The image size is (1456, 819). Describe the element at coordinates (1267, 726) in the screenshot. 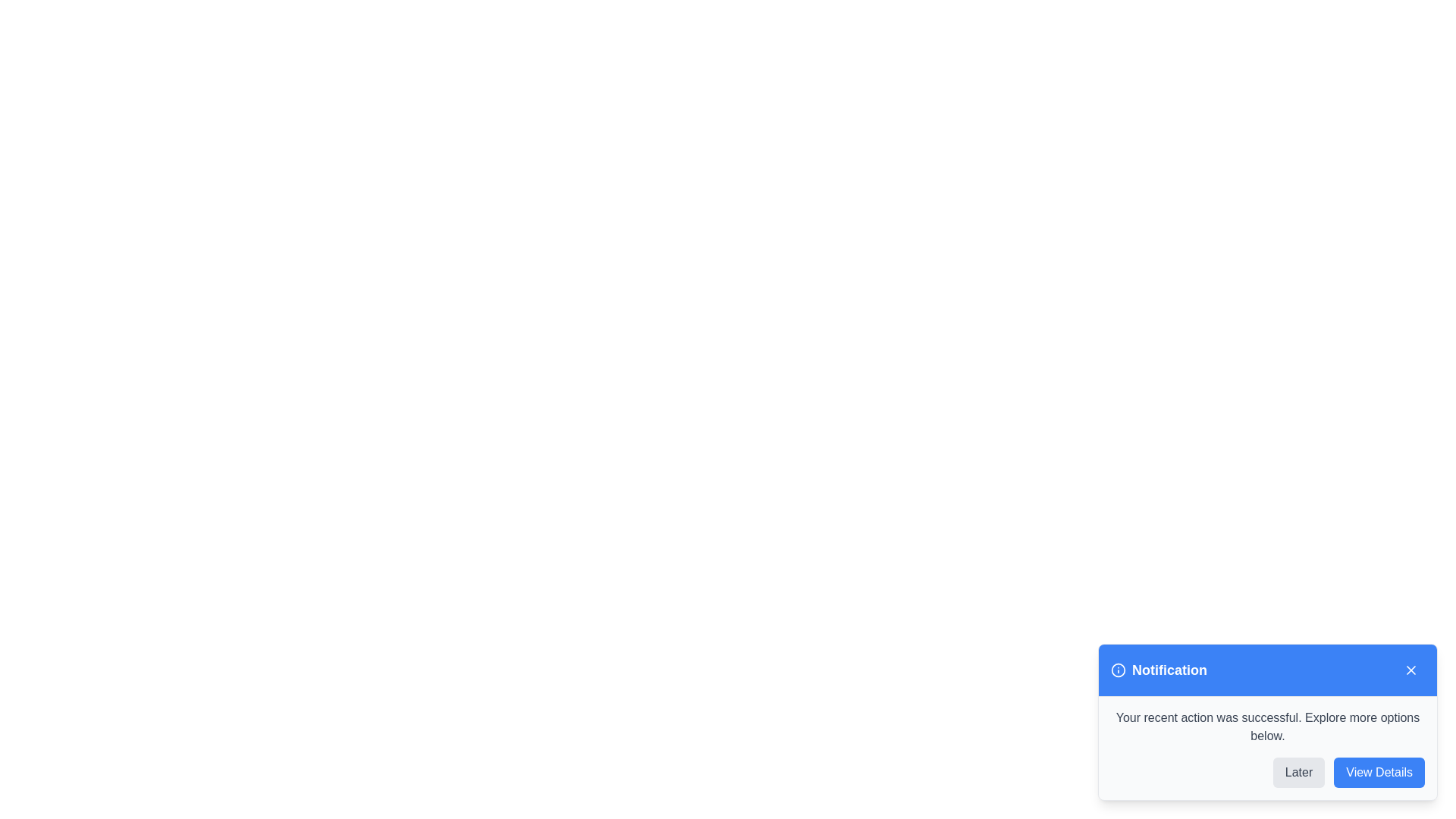

I see `message displayed in the gray text label that states 'Your recent action was successful. Explore more options below.'` at that location.